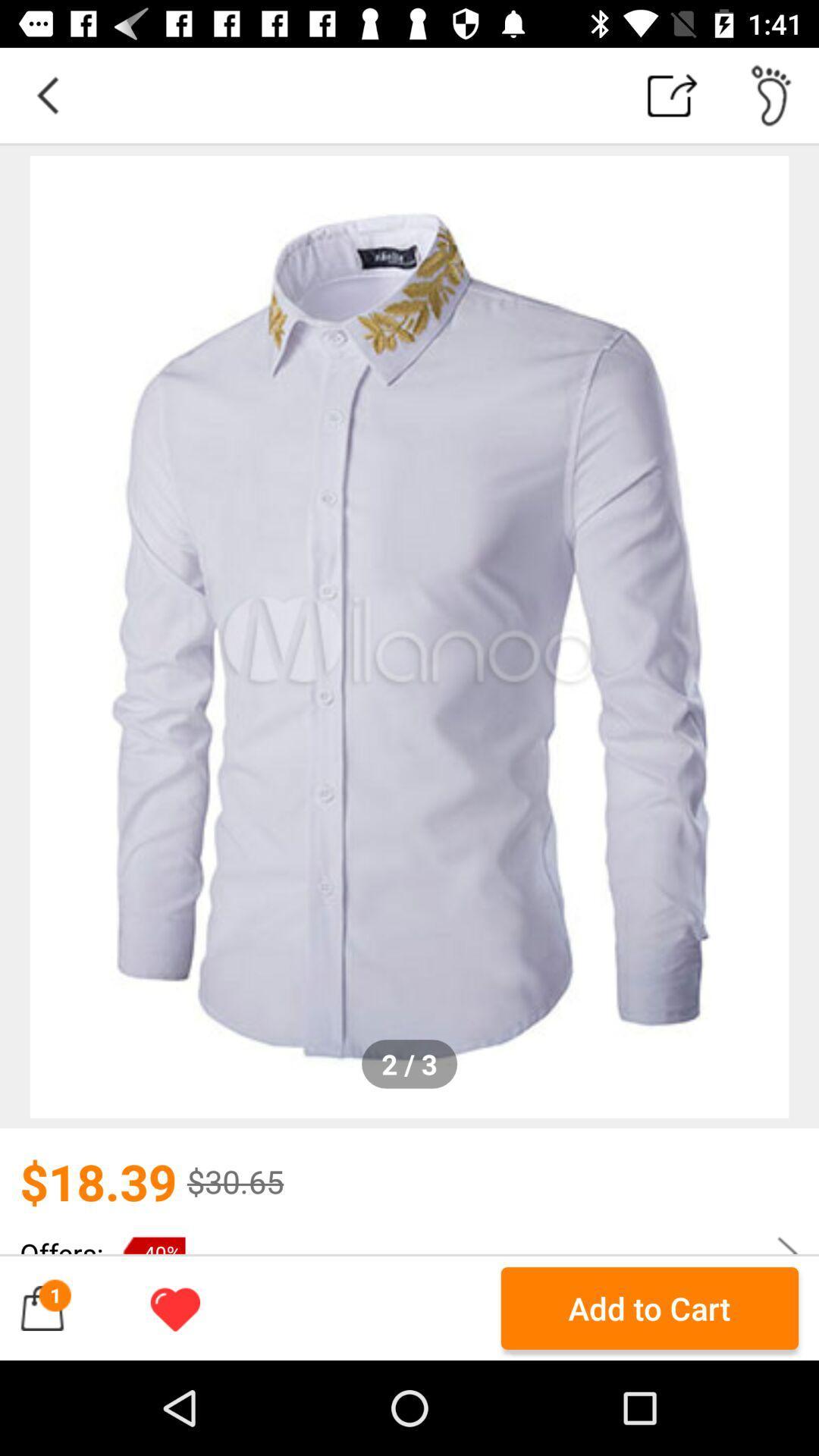  What do you see at coordinates (174, 1307) in the screenshot?
I see `on/off for favoriting this product` at bounding box center [174, 1307].